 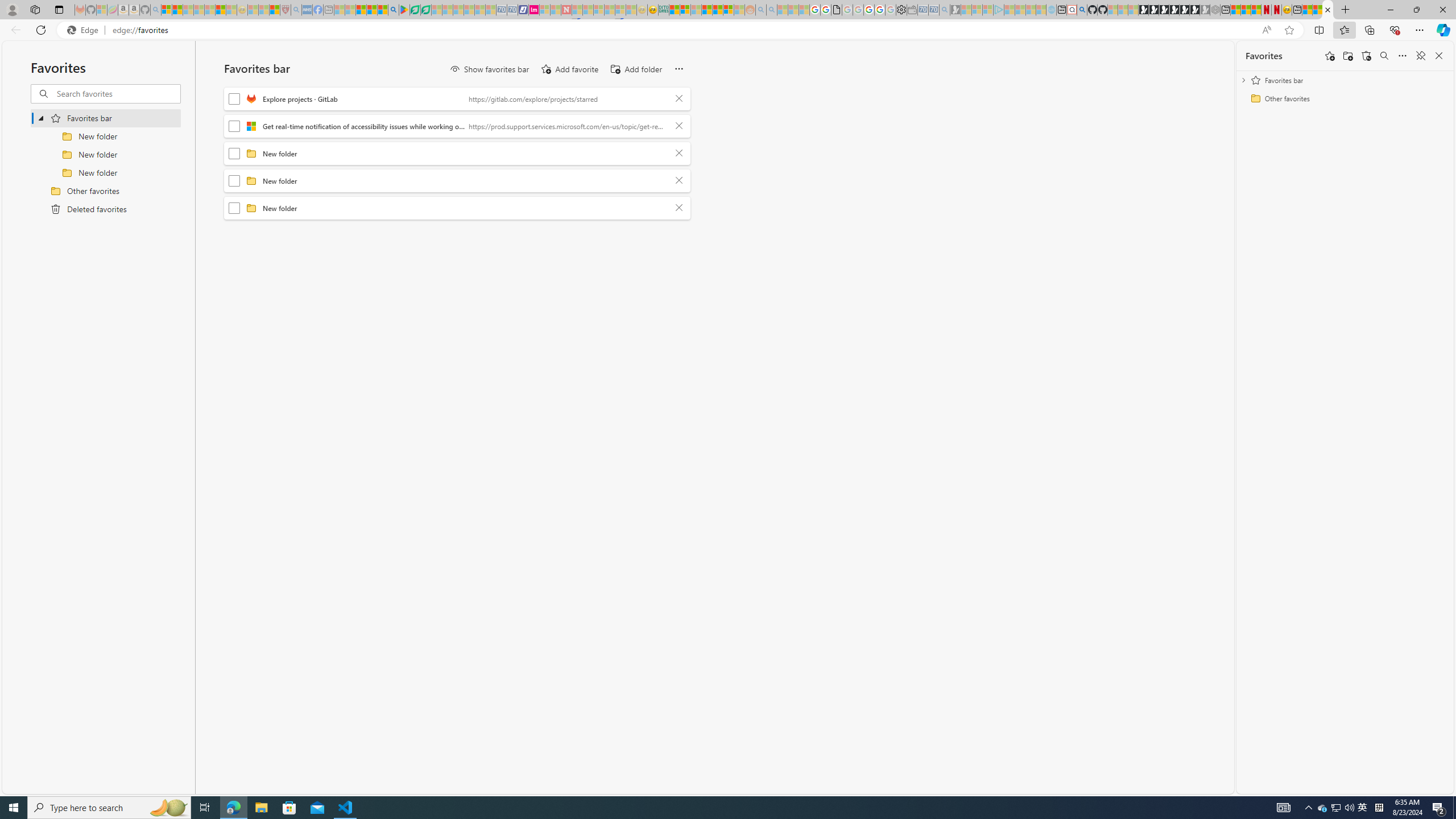 What do you see at coordinates (588, 9) in the screenshot?
I see `'14 Common Myths Debunked By Scientific Facts - Sleeping'` at bounding box center [588, 9].